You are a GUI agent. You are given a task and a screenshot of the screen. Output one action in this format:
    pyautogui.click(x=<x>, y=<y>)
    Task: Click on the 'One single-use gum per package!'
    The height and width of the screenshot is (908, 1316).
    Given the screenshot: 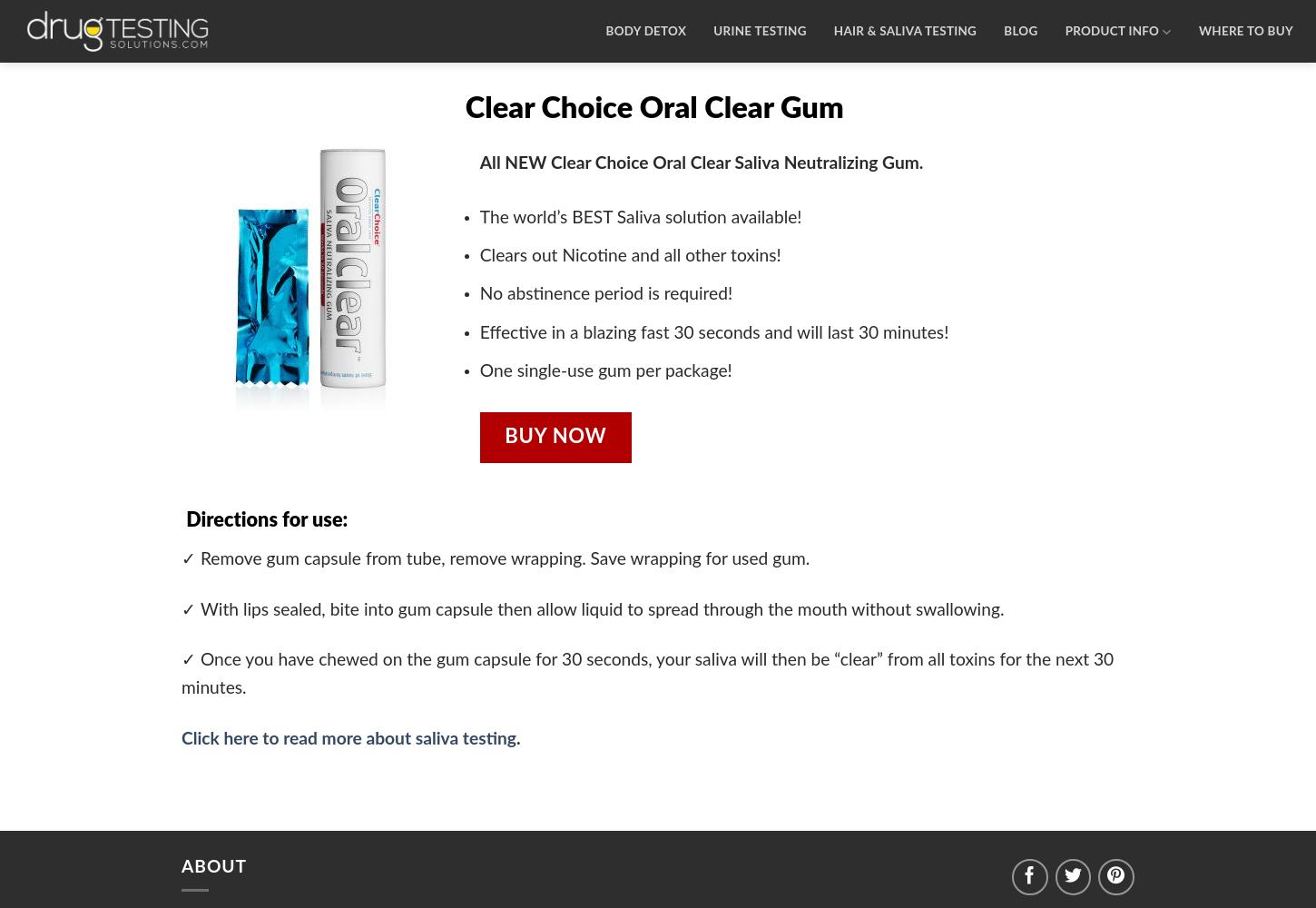 What is the action you would take?
    pyautogui.click(x=604, y=370)
    